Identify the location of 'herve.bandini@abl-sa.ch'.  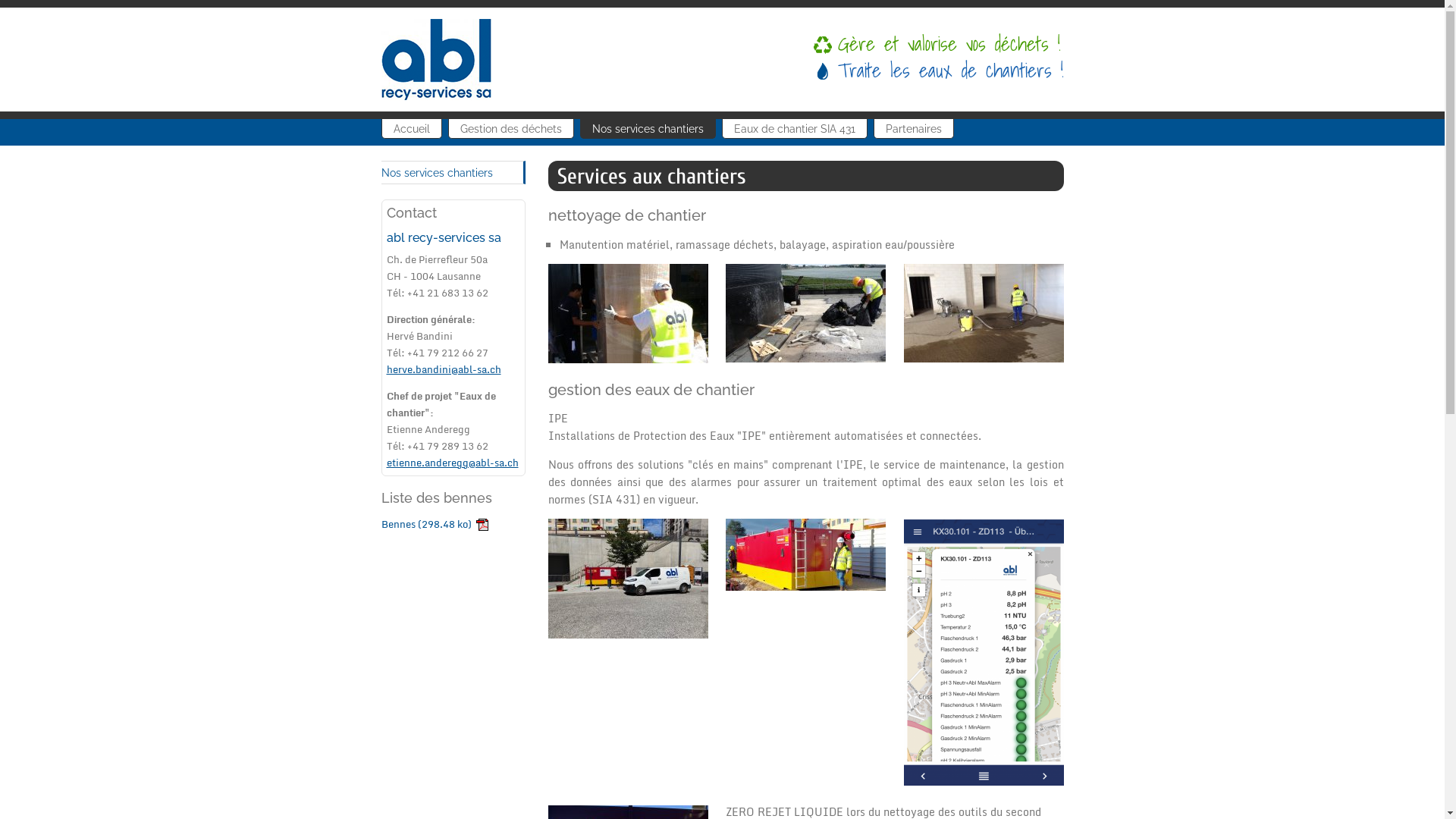
(386, 369).